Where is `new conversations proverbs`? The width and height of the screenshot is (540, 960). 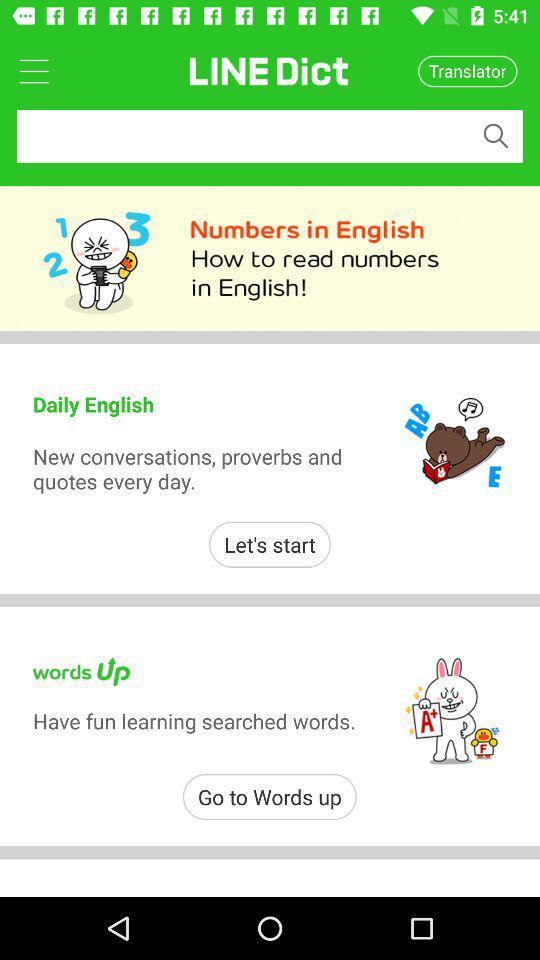
new conversations proverbs is located at coordinates (197, 468).